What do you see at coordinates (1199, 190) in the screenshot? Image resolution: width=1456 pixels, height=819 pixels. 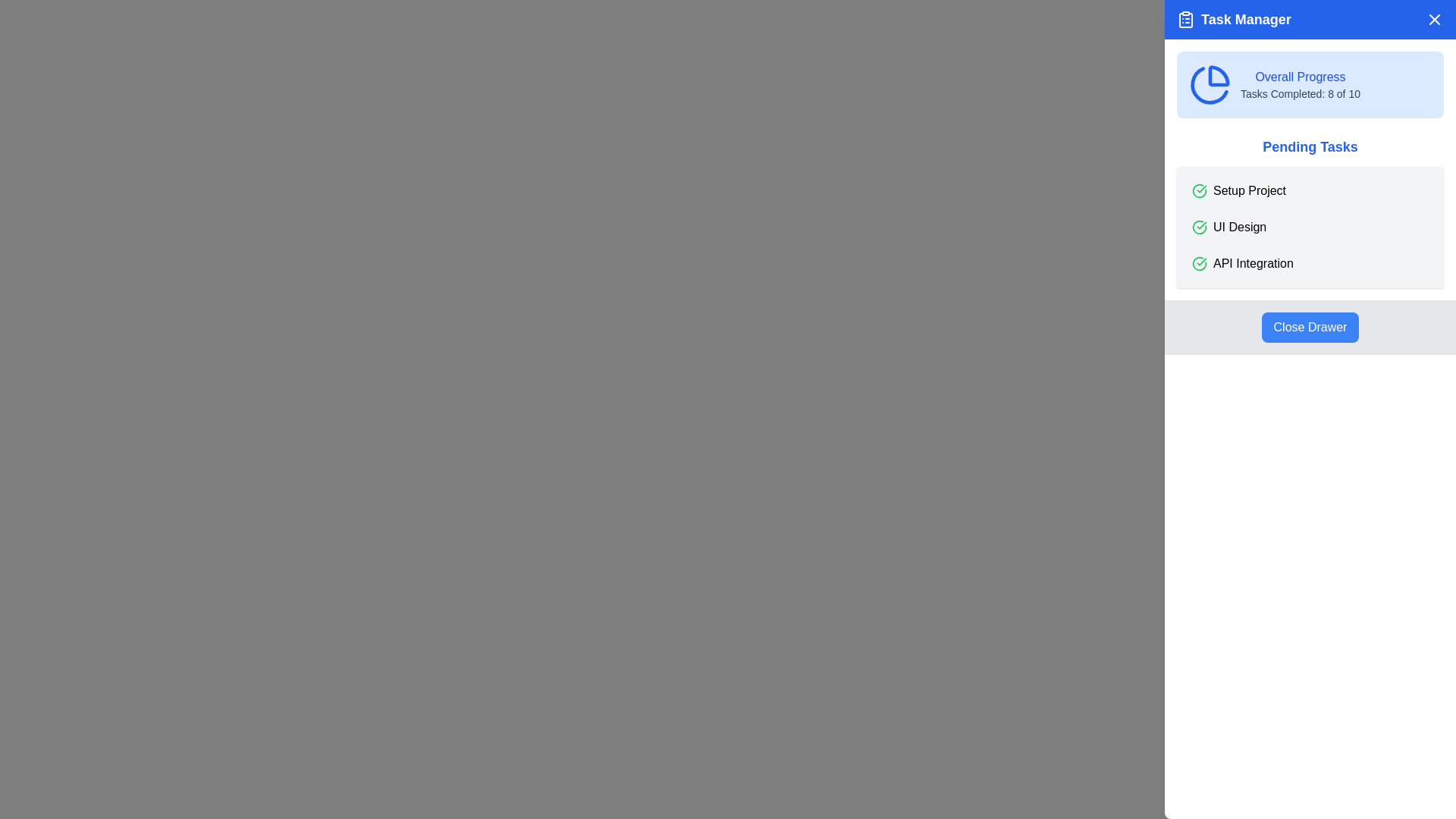 I see `the circular icon with a green outline and check mark, which signifies completion, located to the left of the text 'Setup Project' in the 'Pending Tasks' list` at bounding box center [1199, 190].